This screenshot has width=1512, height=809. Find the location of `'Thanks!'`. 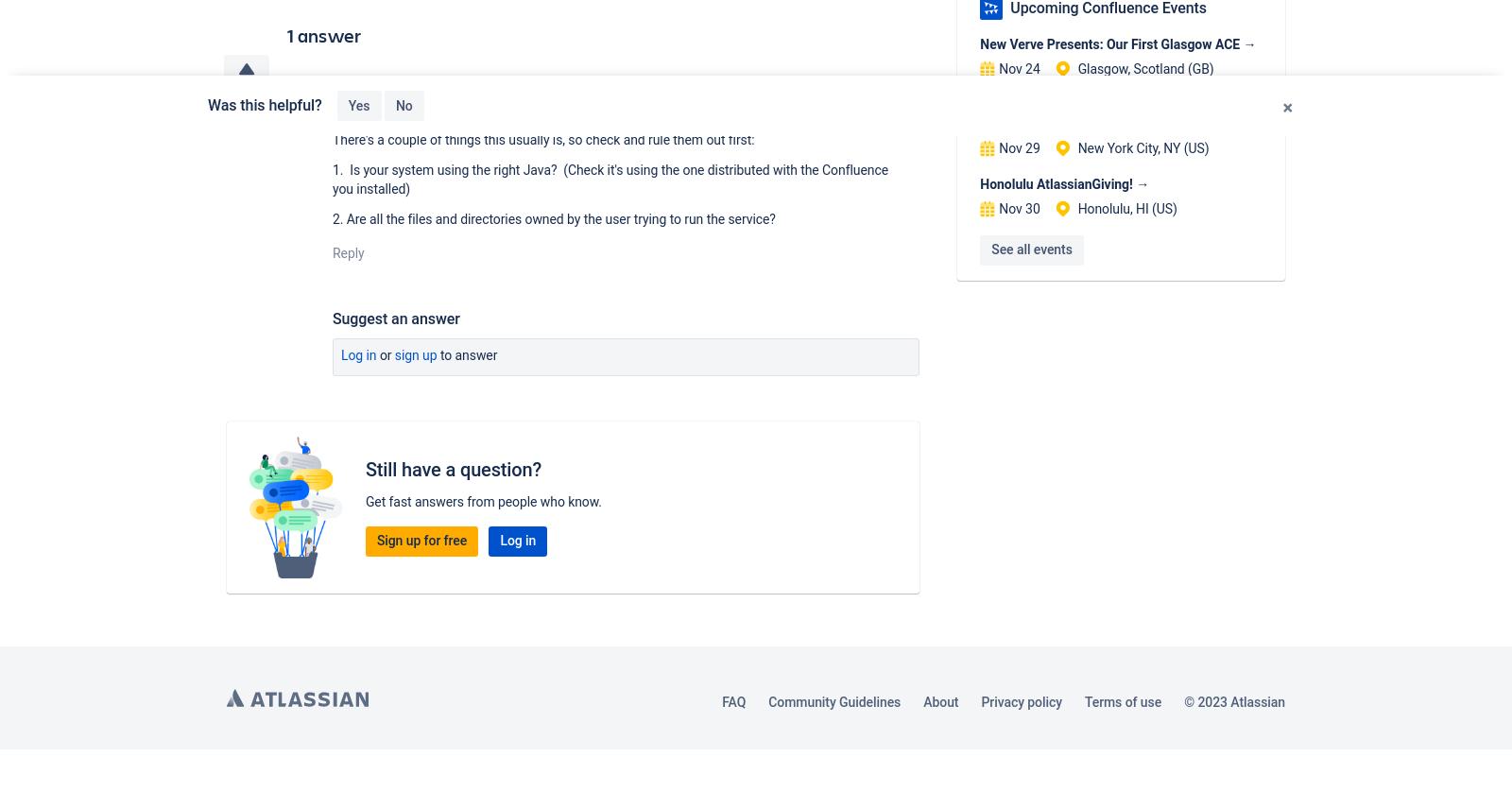

'Thanks!' is located at coordinates (418, 104).